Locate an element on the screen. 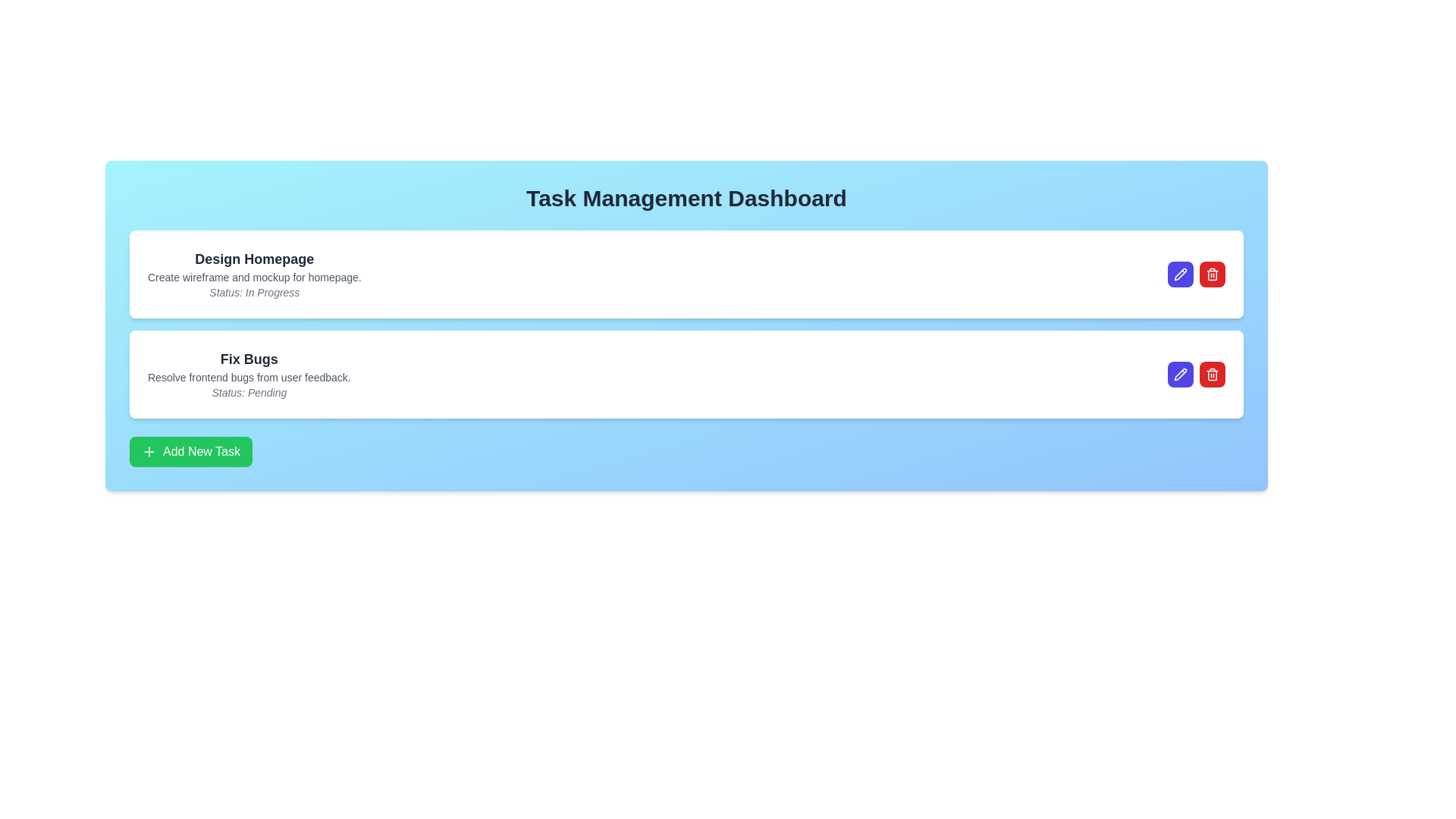 The width and height of the screenshot is (1456, 819). the text label displaying 'Create wireframe and mockup for homepage.' which is positioned below 'Design Homepage' and above 'Status: In Progress' is located at coordinates (254, 278).